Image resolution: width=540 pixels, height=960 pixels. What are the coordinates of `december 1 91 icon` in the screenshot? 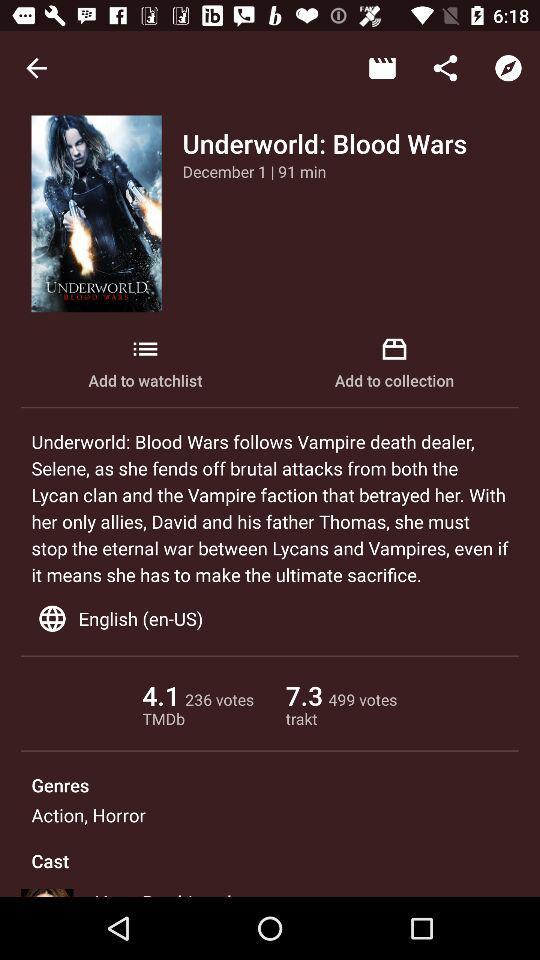 It's located at (254, 170).